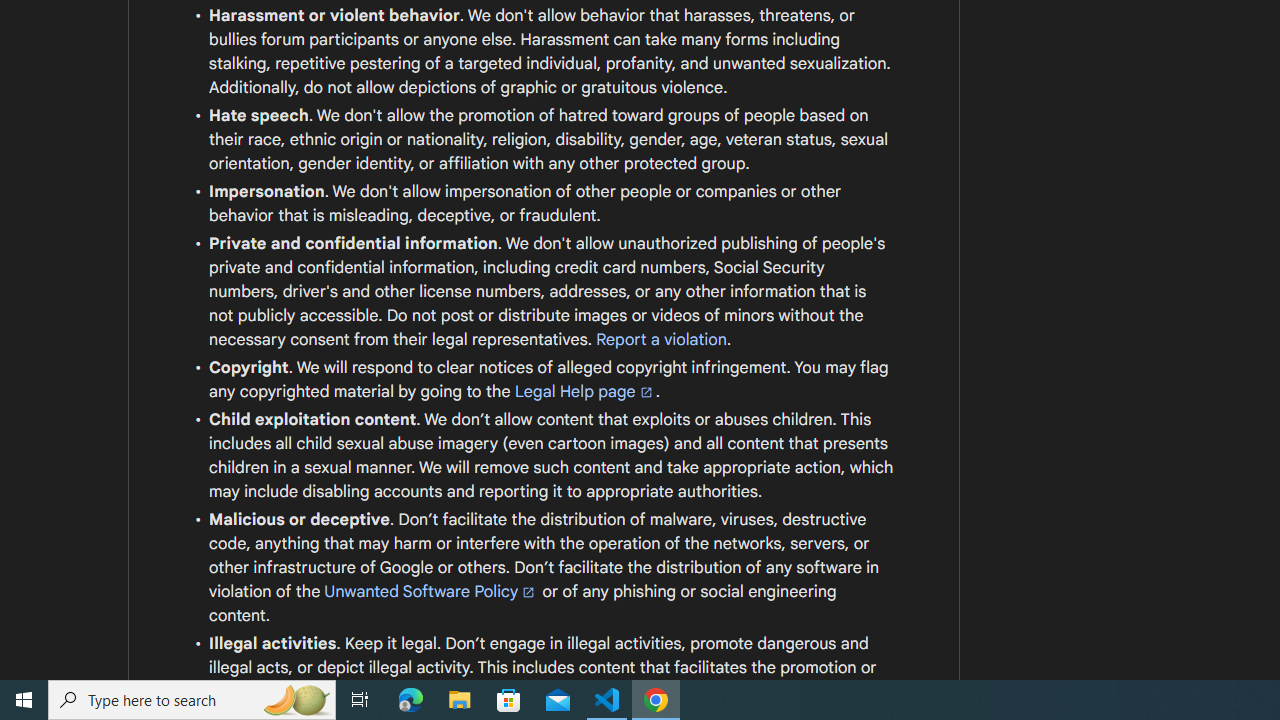  I want to click on 'Report a violation', so click(661, 338).